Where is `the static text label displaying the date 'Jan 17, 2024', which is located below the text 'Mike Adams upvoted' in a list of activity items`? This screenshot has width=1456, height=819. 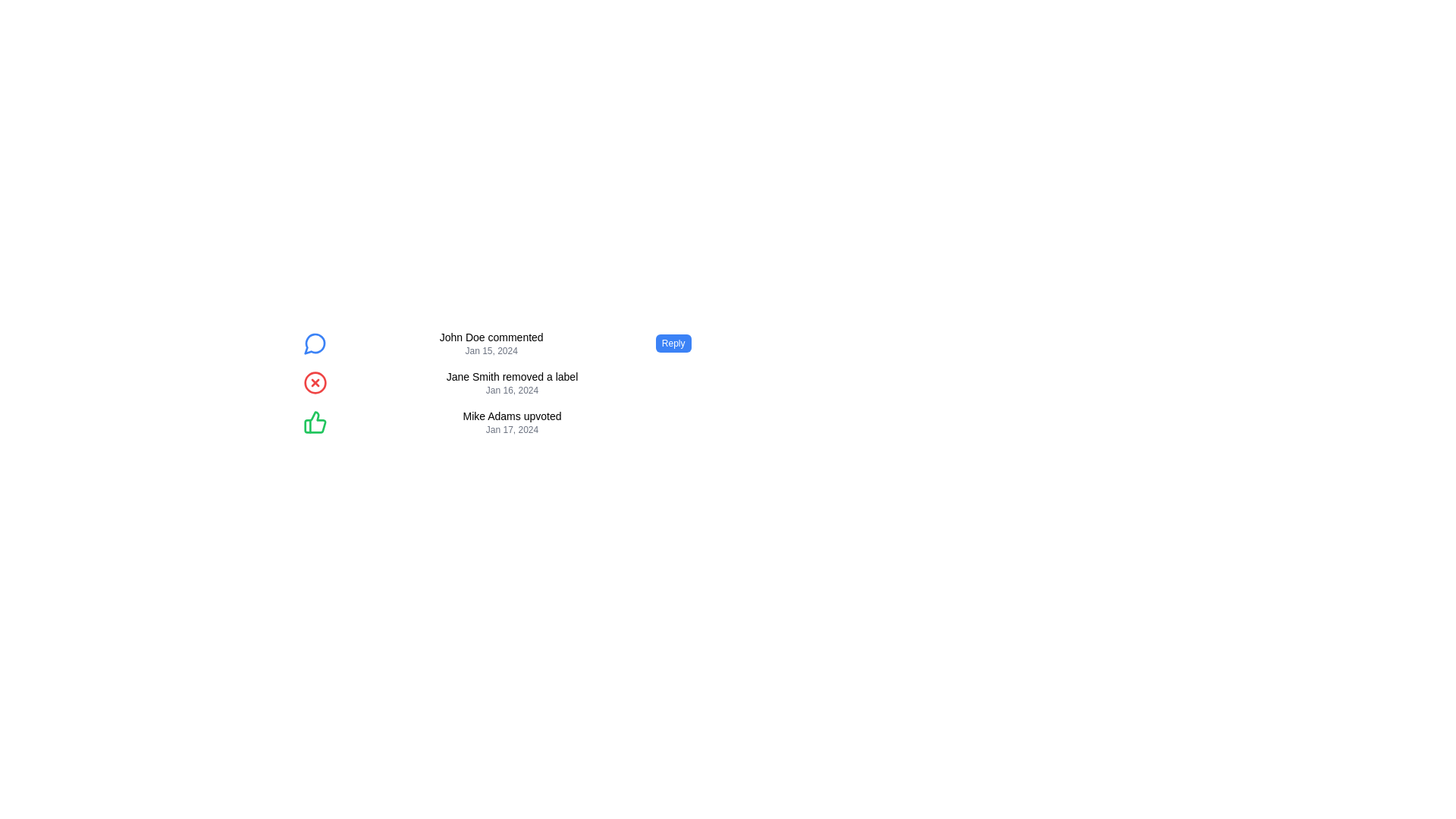
the static text label displaying the date 'Jan 17, 2024', which is located below the text 'Mike Adams upvoted' in a list of activity items is located at coordinates (512, 430).